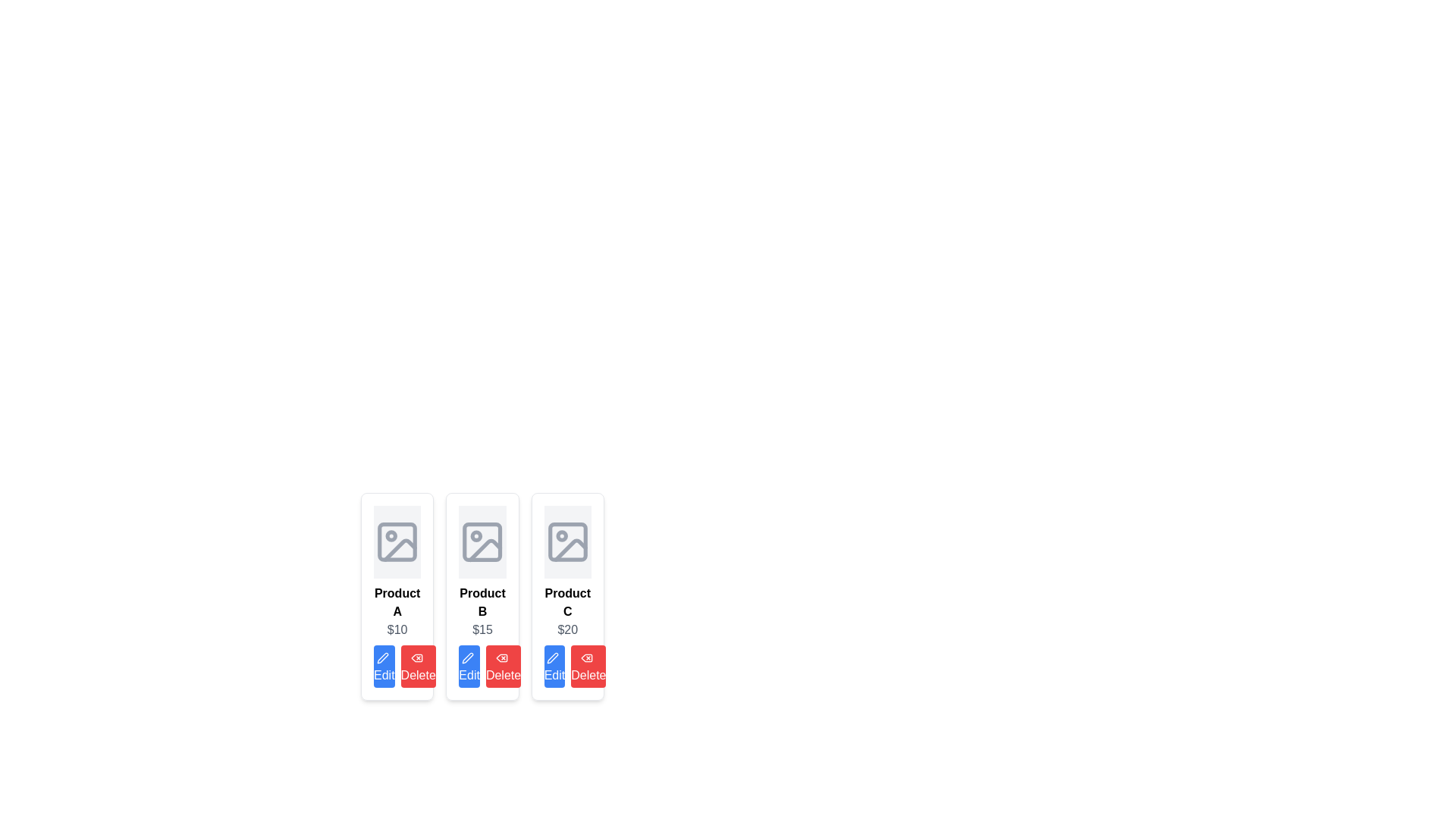  What do you see at coordinates (416, 657) in the screenshot?
I see `the delete icon located in the bottom-right corner of the product card, which represents the functionality to remove the associated product` at bounding box center [416, 657].